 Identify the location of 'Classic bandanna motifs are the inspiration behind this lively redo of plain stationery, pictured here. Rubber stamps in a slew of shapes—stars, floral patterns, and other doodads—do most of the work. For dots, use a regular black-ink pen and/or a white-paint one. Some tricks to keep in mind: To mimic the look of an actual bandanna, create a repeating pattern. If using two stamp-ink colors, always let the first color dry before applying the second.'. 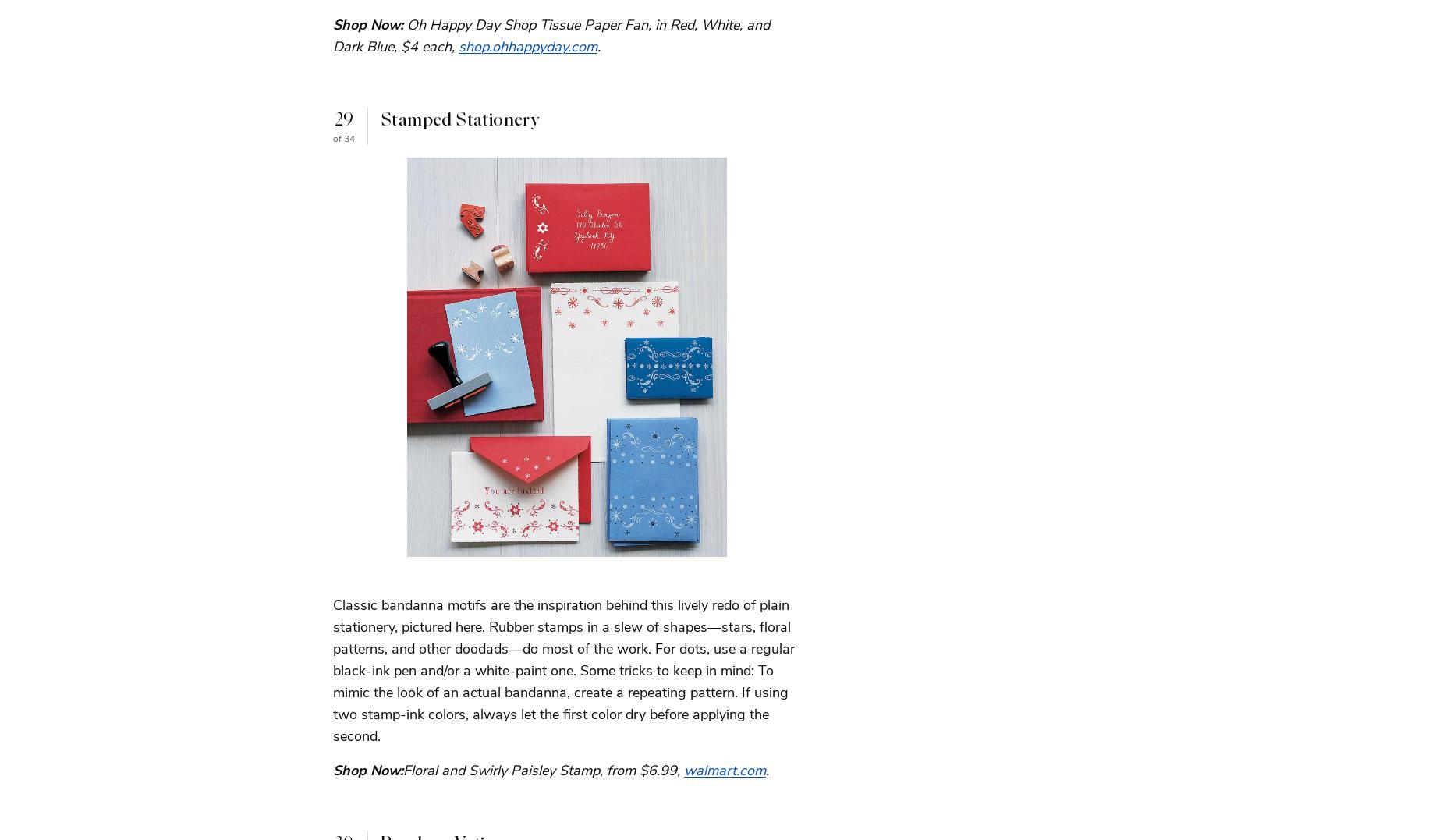
(563, 669).